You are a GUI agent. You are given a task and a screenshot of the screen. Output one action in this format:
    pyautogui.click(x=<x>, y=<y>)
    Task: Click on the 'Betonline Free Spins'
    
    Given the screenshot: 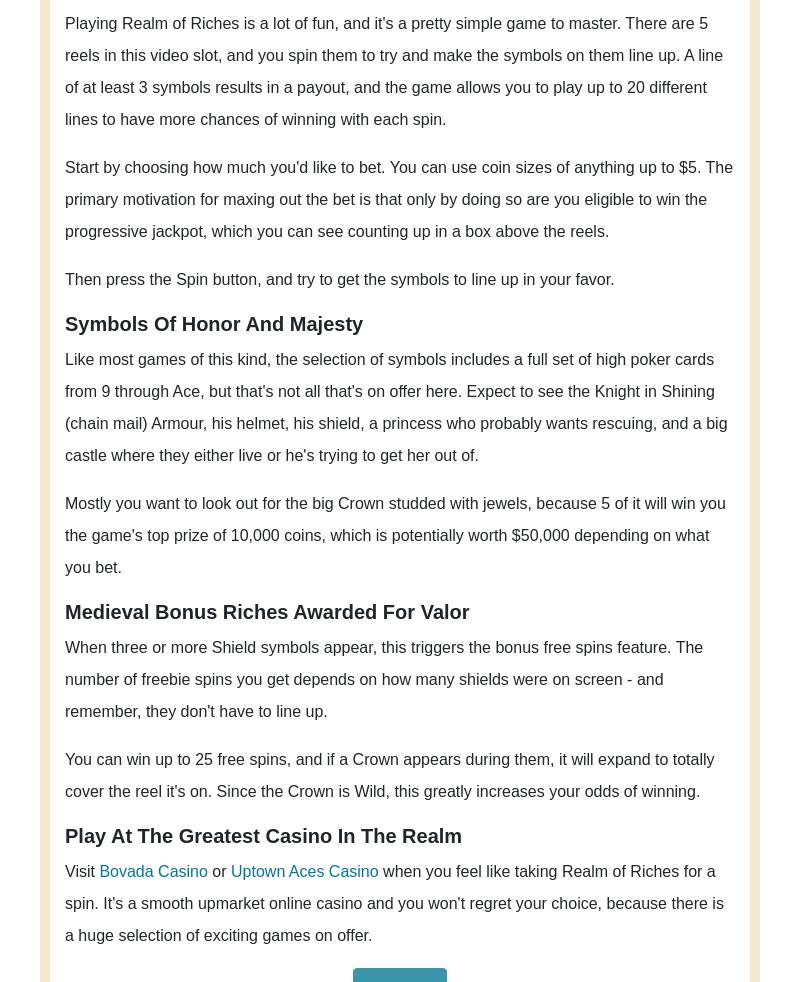 What is the action you would take?
    pyautogui.click(x=328, y=933)
    